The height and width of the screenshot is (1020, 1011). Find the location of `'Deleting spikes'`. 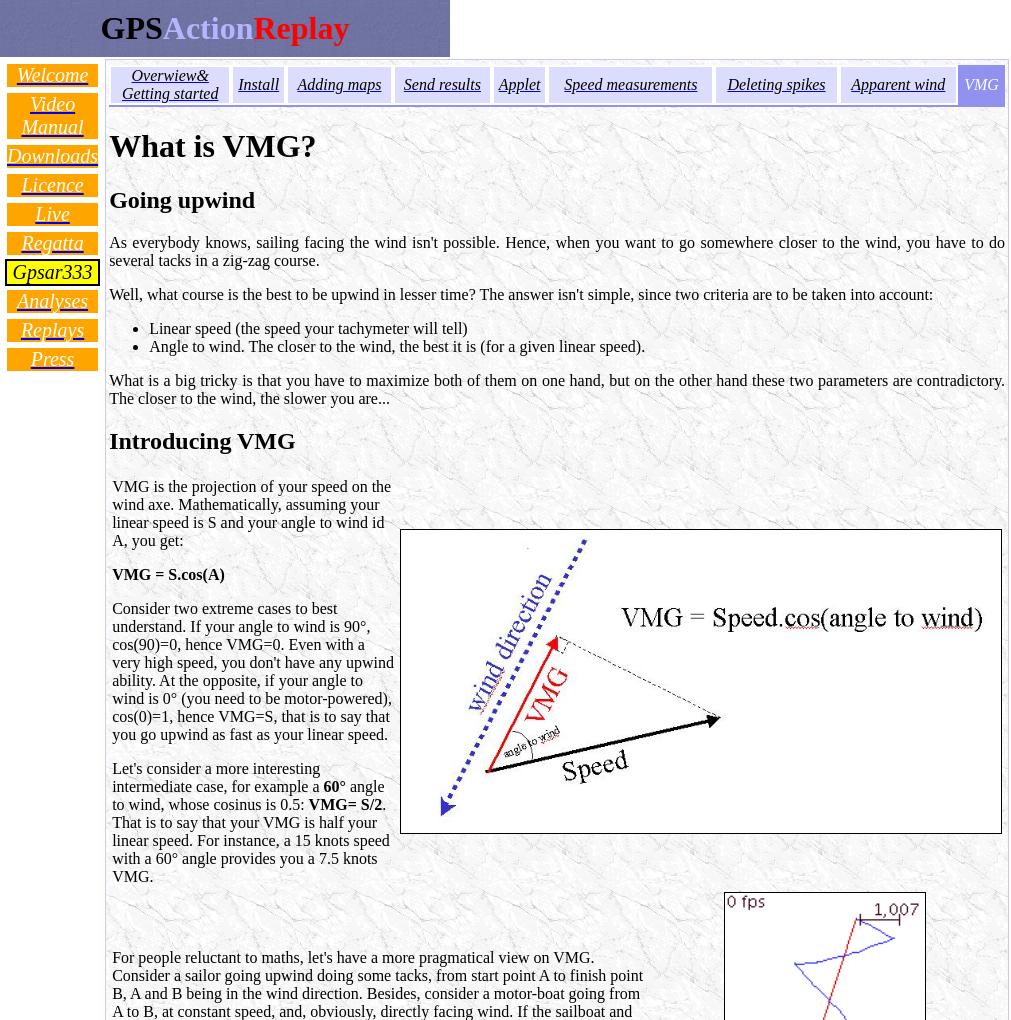

'Deleting spikes' is located at coordinates (775, 84).